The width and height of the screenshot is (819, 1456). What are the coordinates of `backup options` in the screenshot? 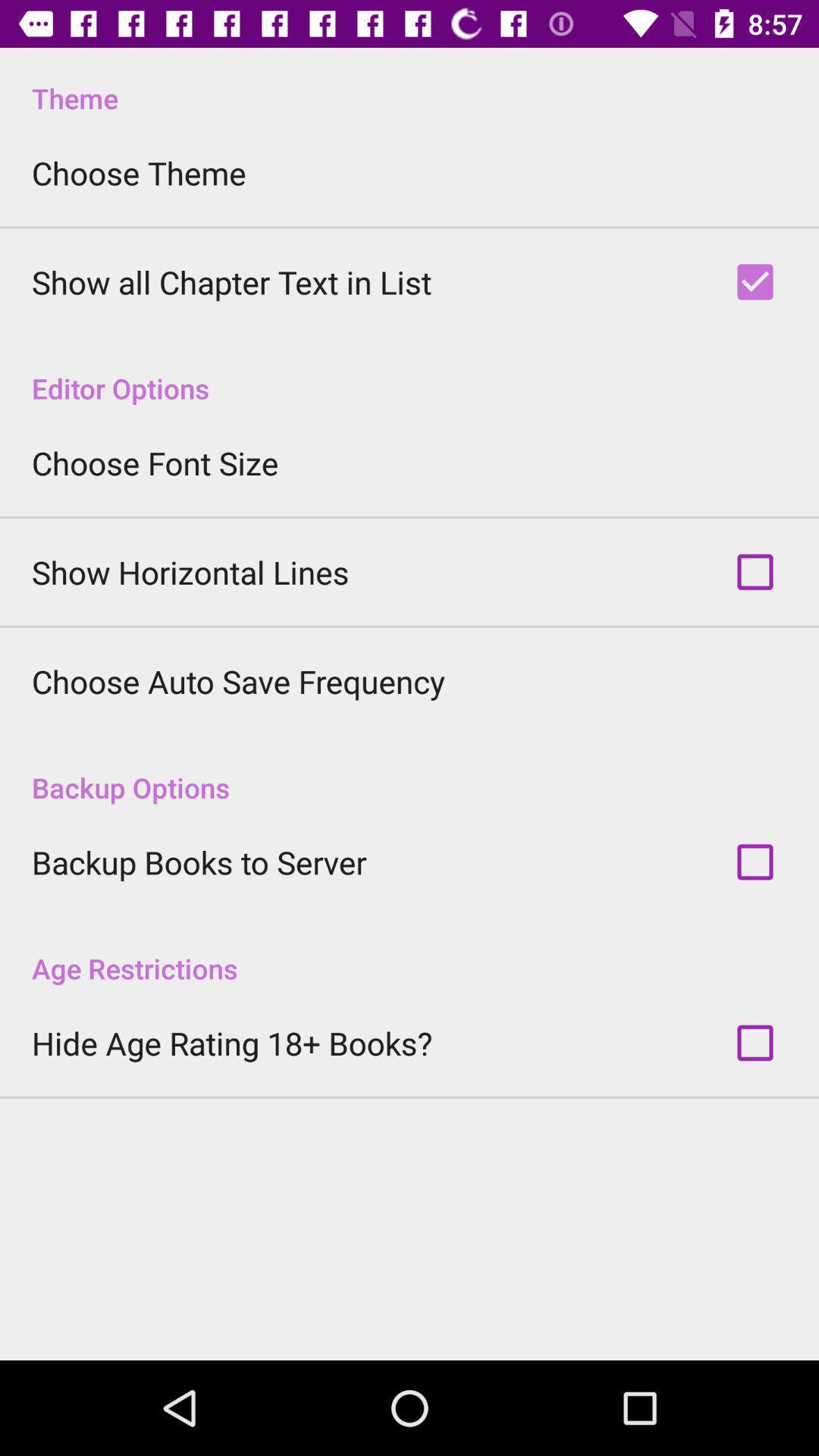 It's located at (409, 771).